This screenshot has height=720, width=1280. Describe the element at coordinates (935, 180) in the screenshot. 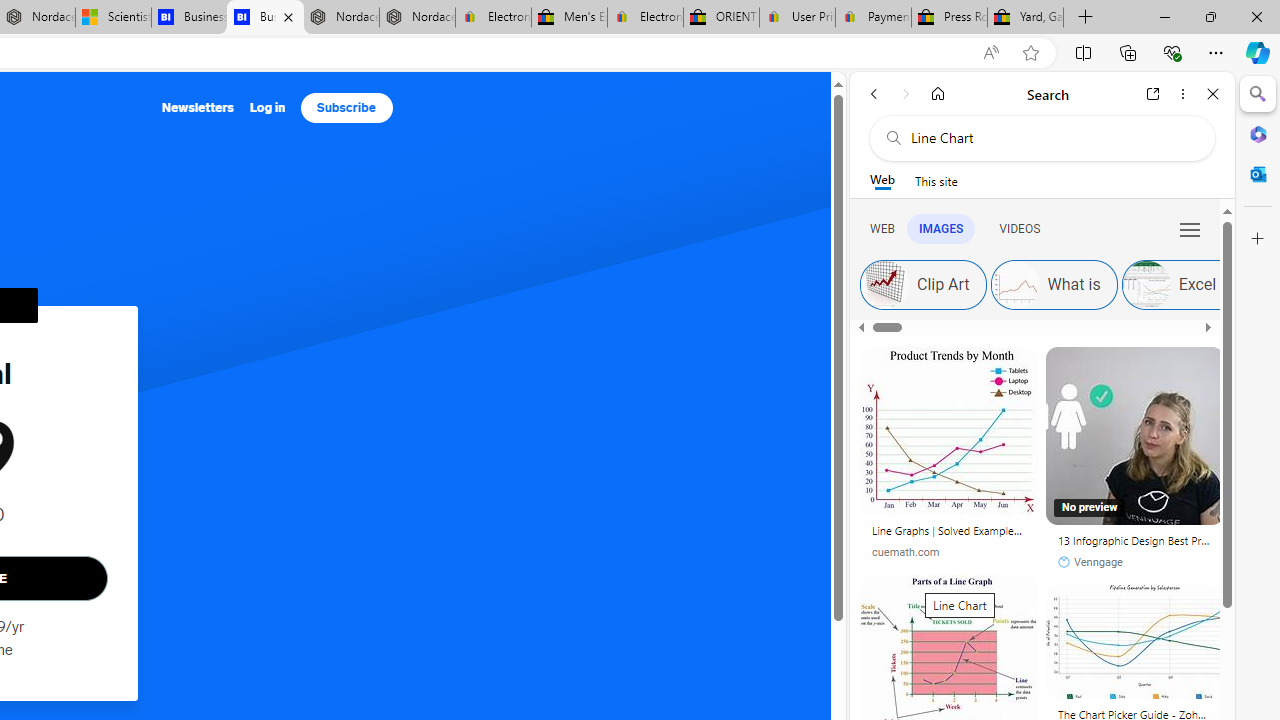

I see `'This site scope'` at that location.